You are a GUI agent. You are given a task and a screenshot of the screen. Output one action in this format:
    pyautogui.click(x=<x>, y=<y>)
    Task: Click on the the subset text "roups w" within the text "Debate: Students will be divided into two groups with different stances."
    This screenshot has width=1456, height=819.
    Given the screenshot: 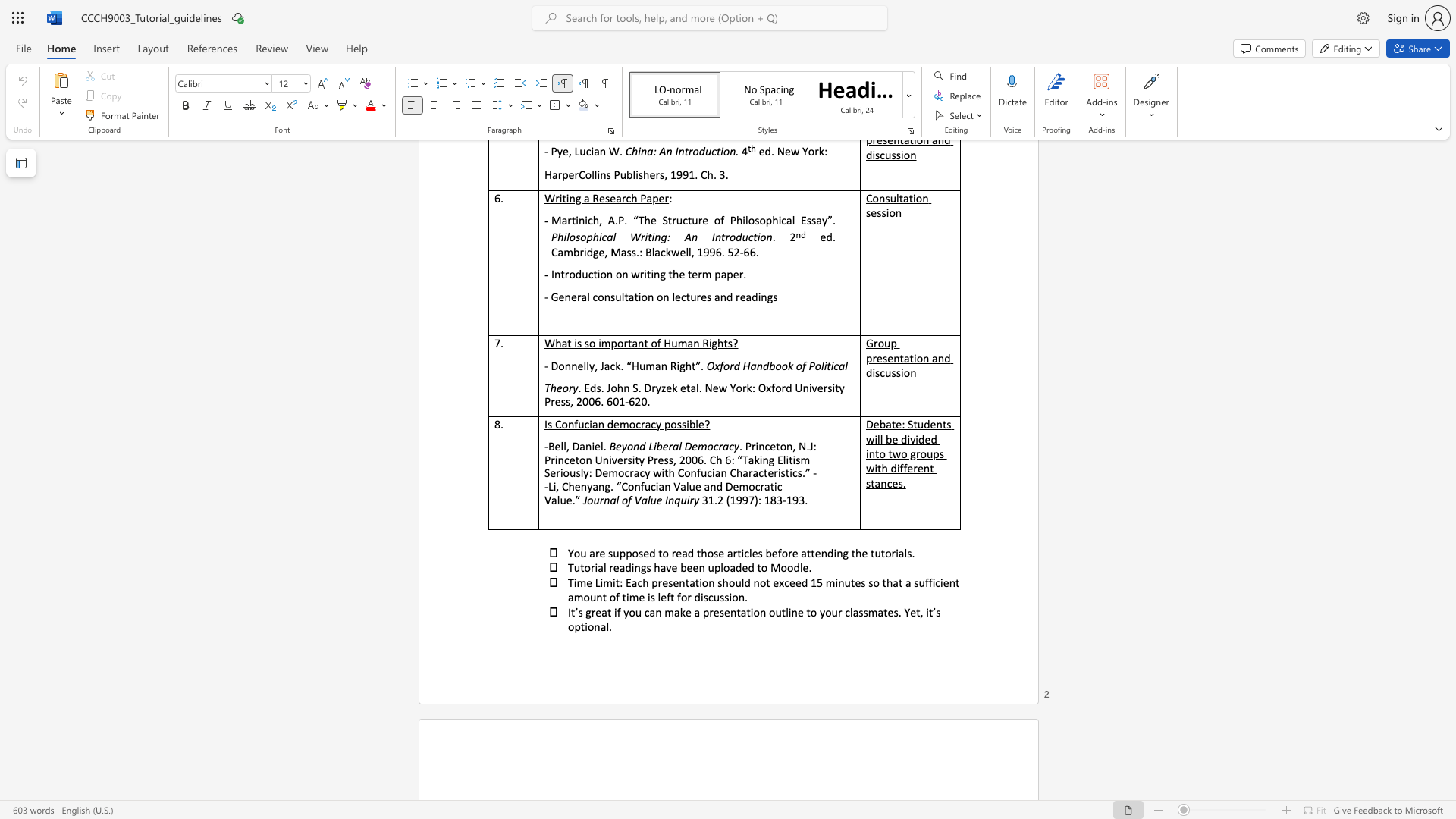 What is the action you would take?
    pyautogui.click(x=915, y=453)
    